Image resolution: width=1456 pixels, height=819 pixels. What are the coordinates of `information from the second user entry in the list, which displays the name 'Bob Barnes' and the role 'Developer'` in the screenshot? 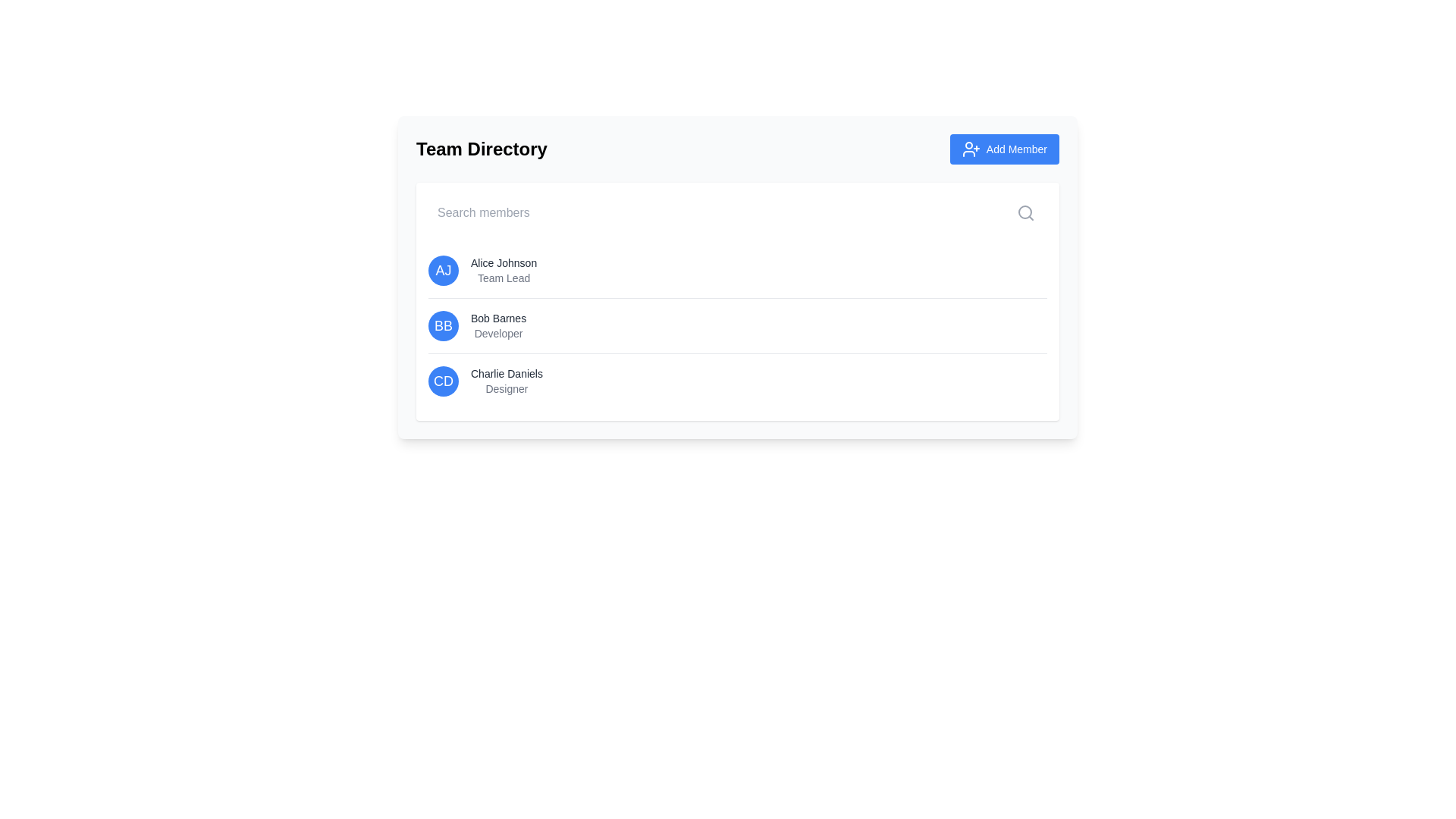 It's located at (738, 324).